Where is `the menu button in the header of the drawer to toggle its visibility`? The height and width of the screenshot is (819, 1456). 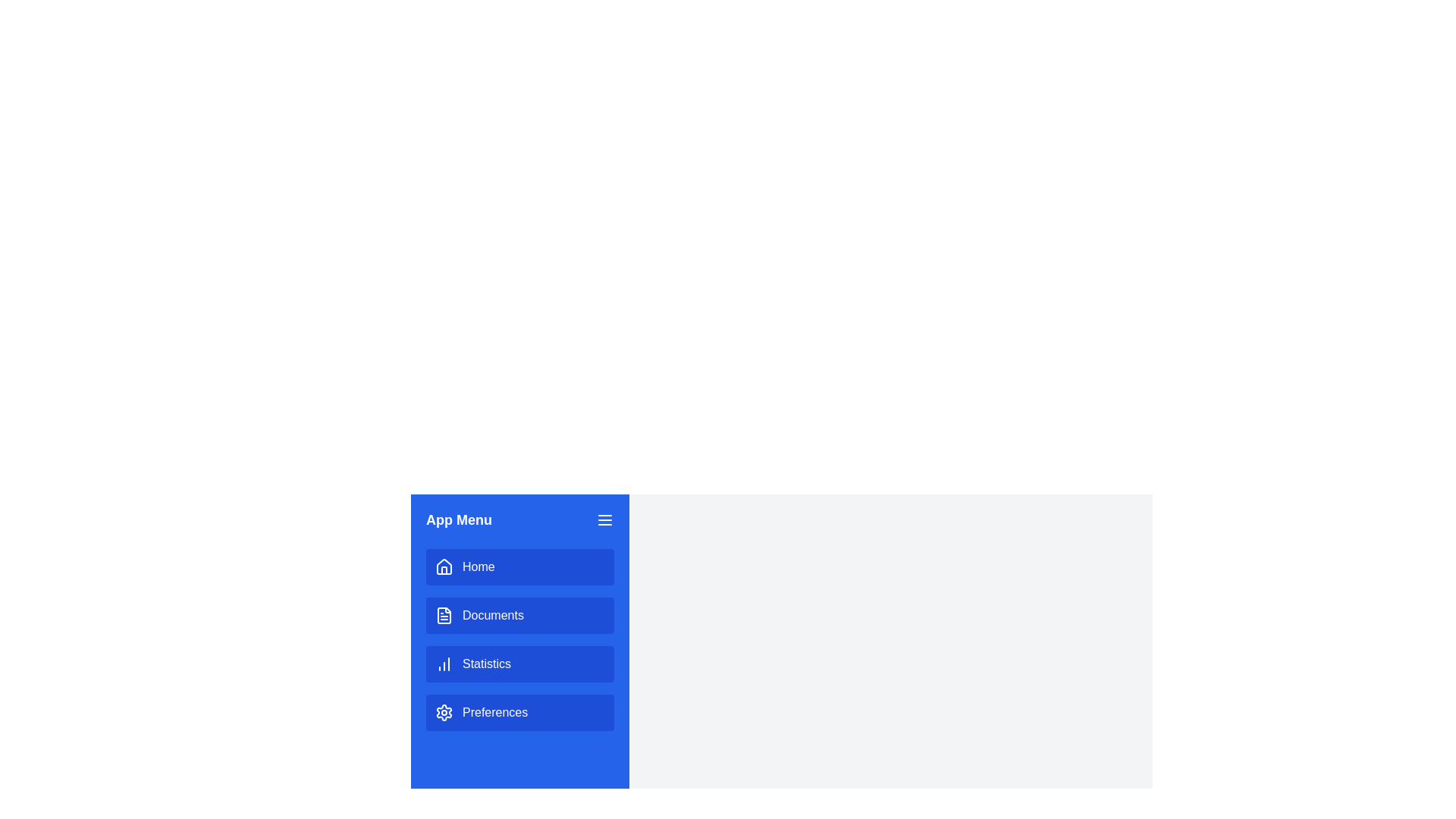
the menu button in the header of the drawer to toggle its visibility is located at coordinates (604, 519).